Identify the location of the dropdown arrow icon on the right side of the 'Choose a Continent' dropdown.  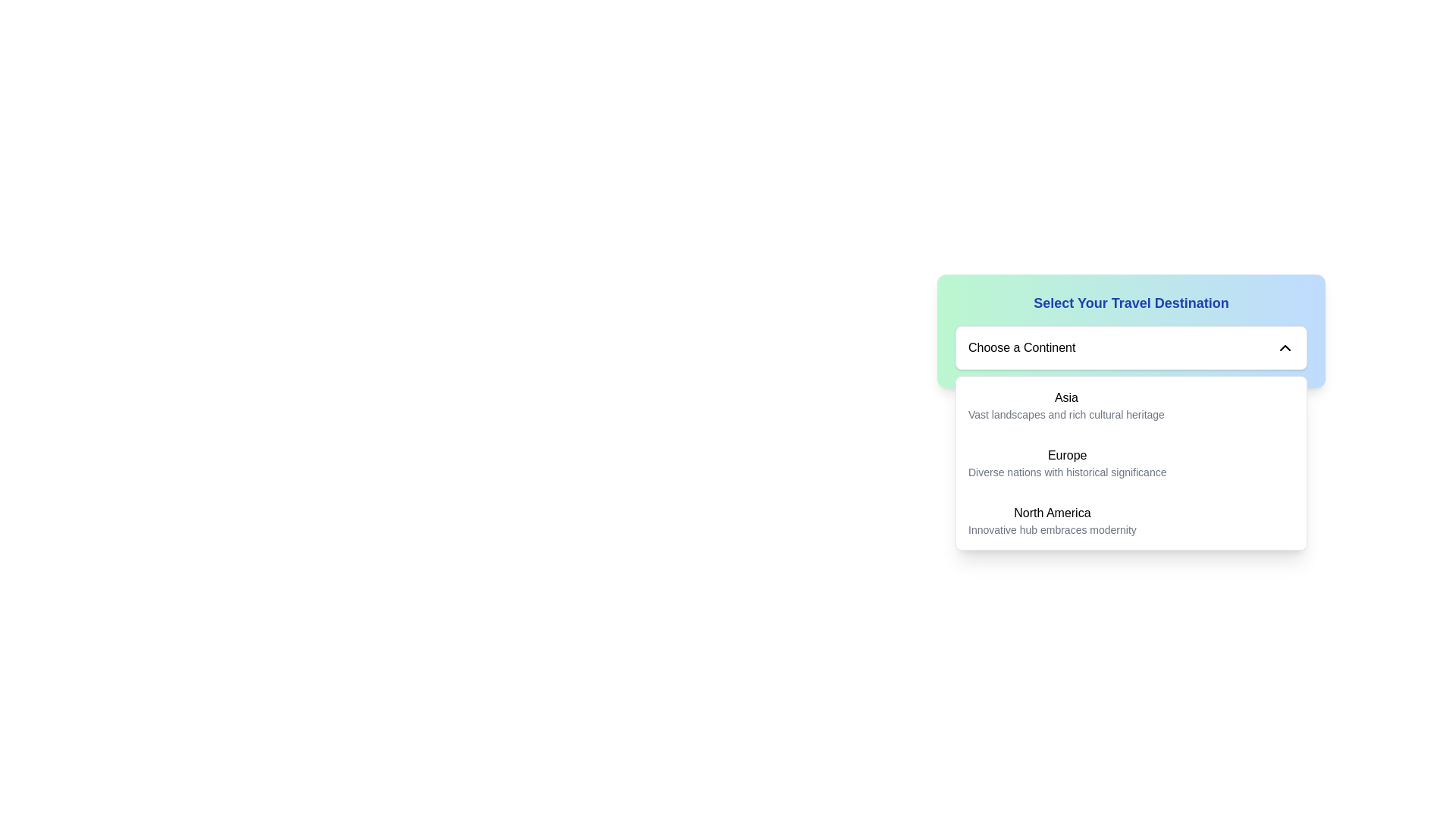
(1284, 348).